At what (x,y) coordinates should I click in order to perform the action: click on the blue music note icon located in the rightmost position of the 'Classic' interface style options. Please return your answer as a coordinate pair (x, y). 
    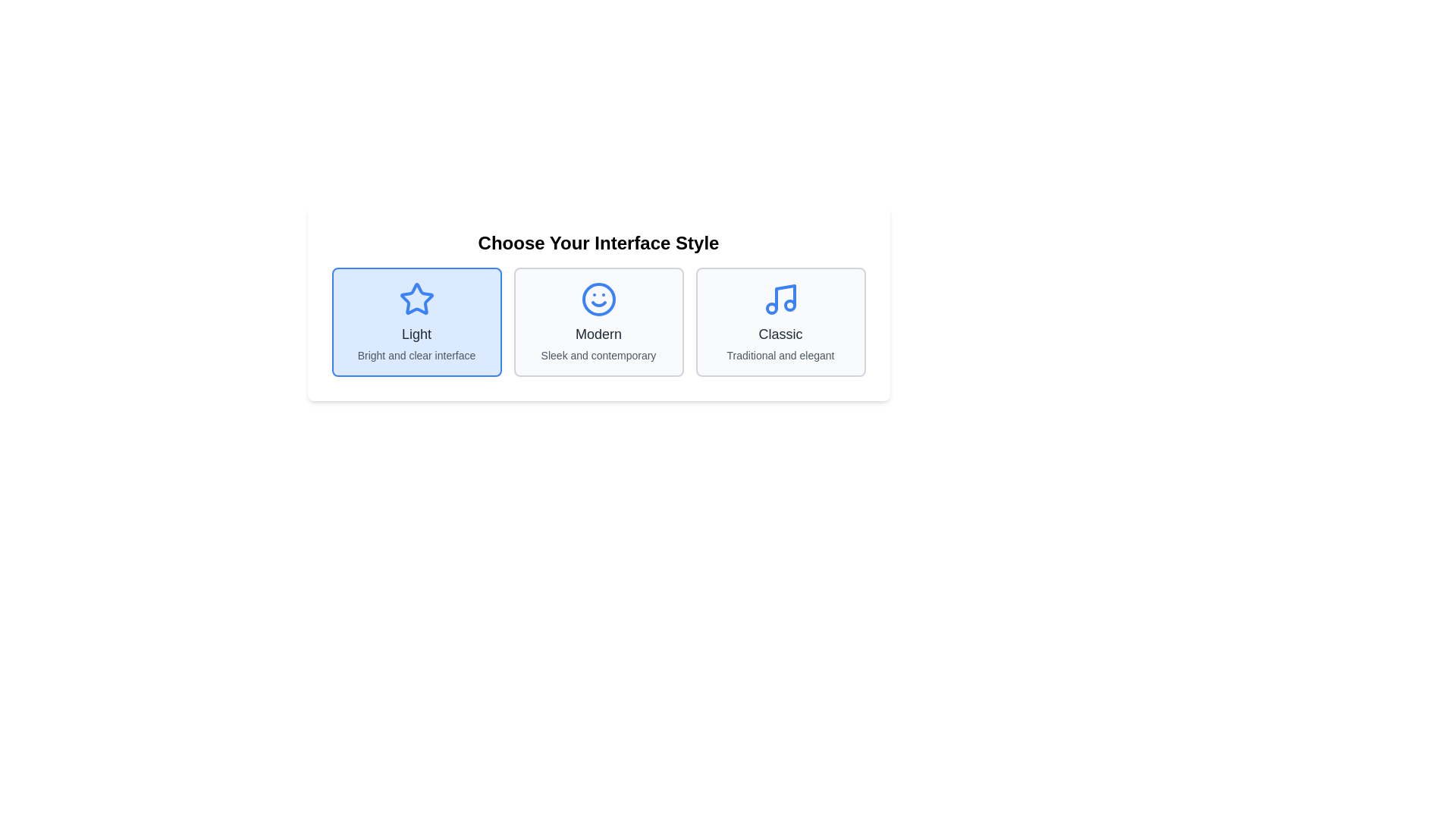
    Looking at the image, I should click on (780, 299).